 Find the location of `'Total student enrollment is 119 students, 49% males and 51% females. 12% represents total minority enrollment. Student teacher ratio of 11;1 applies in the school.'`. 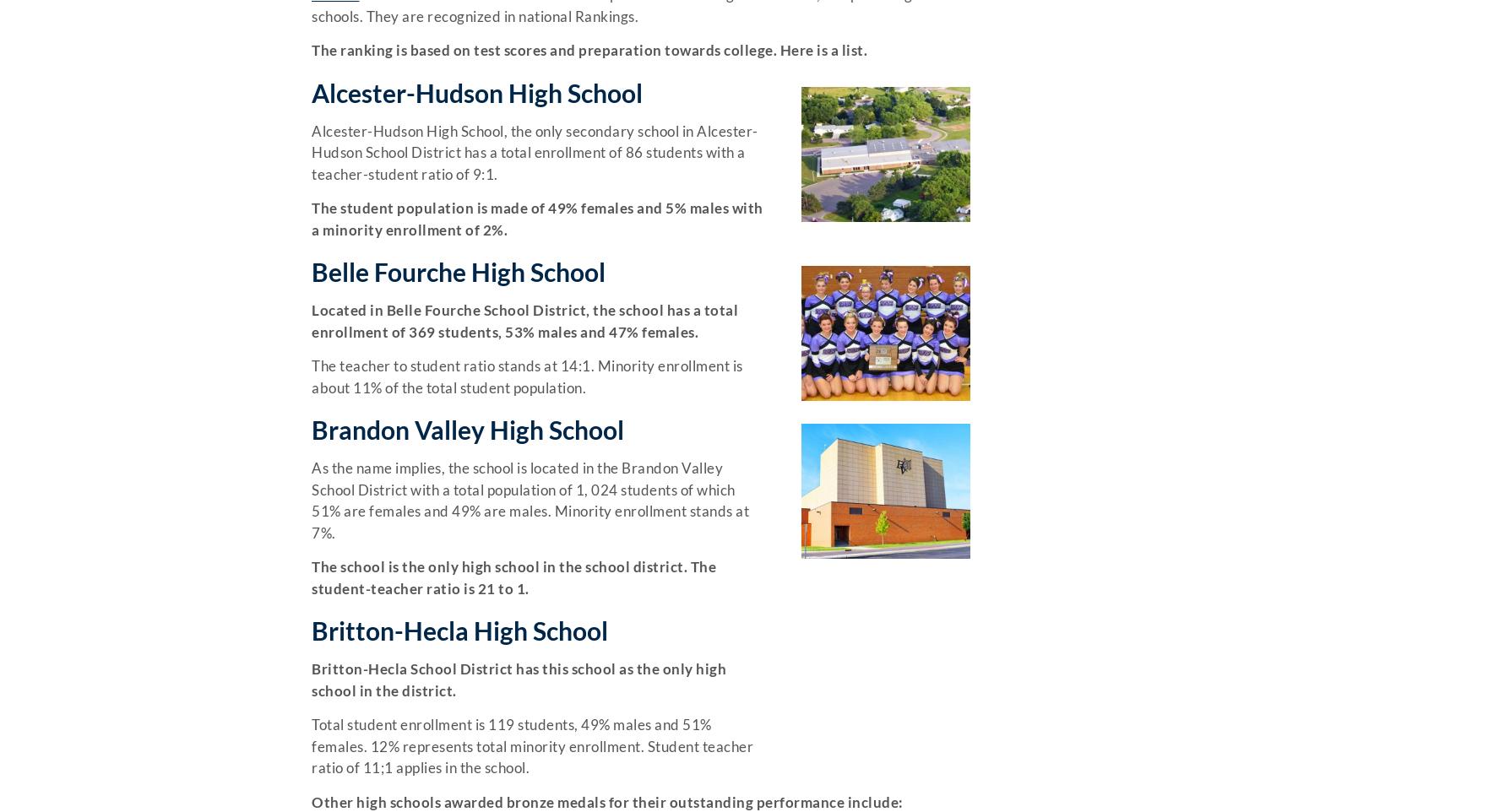

'Total student enrollment is 119 students, 49% males and 51% females. 12% represents total minority enrollment. Student teacher ratio of 11;1 applies in the school.' is located at coordinates (532, 744).